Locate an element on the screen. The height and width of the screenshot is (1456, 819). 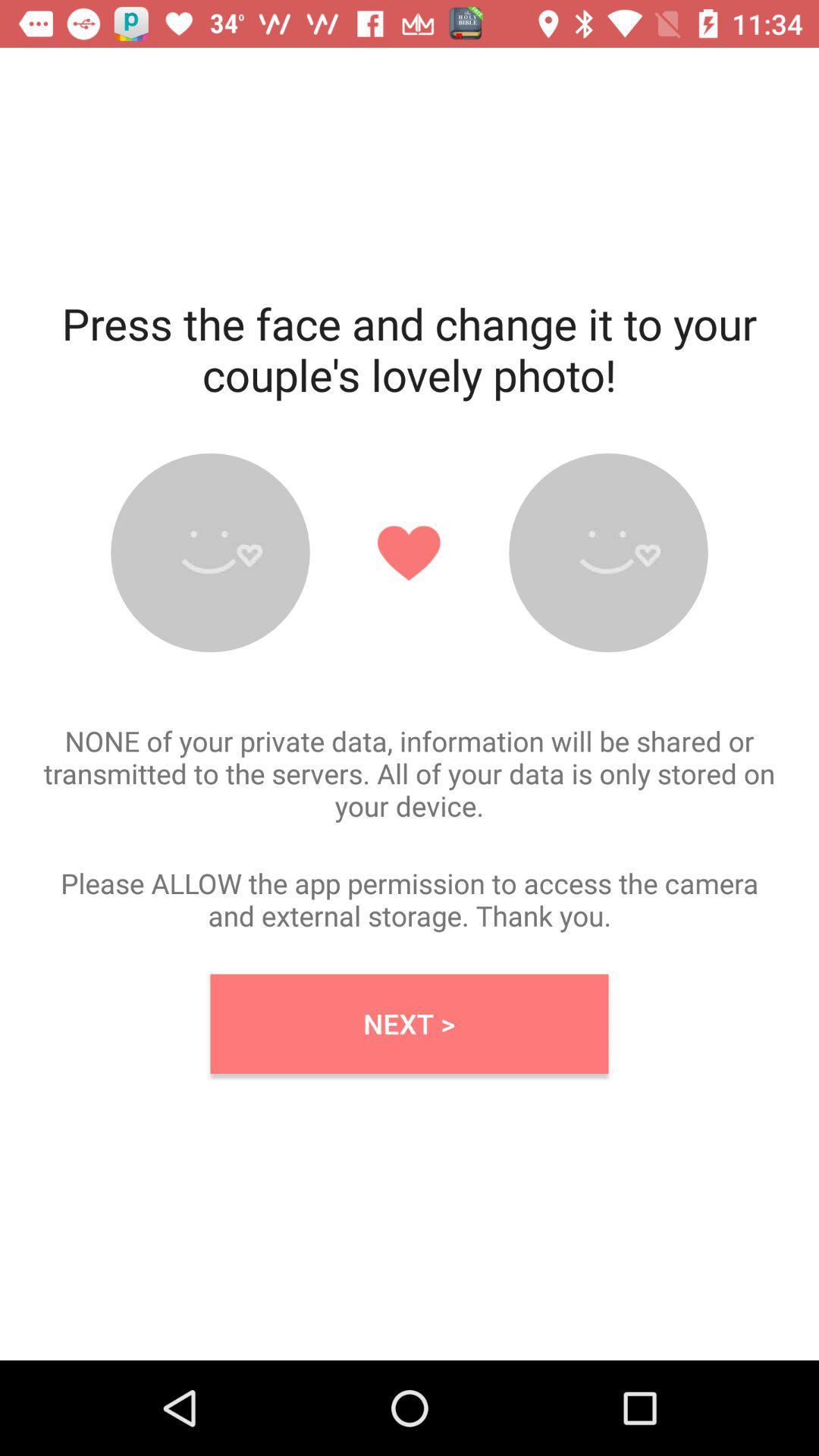
photo is located at coordinates (210, 552).